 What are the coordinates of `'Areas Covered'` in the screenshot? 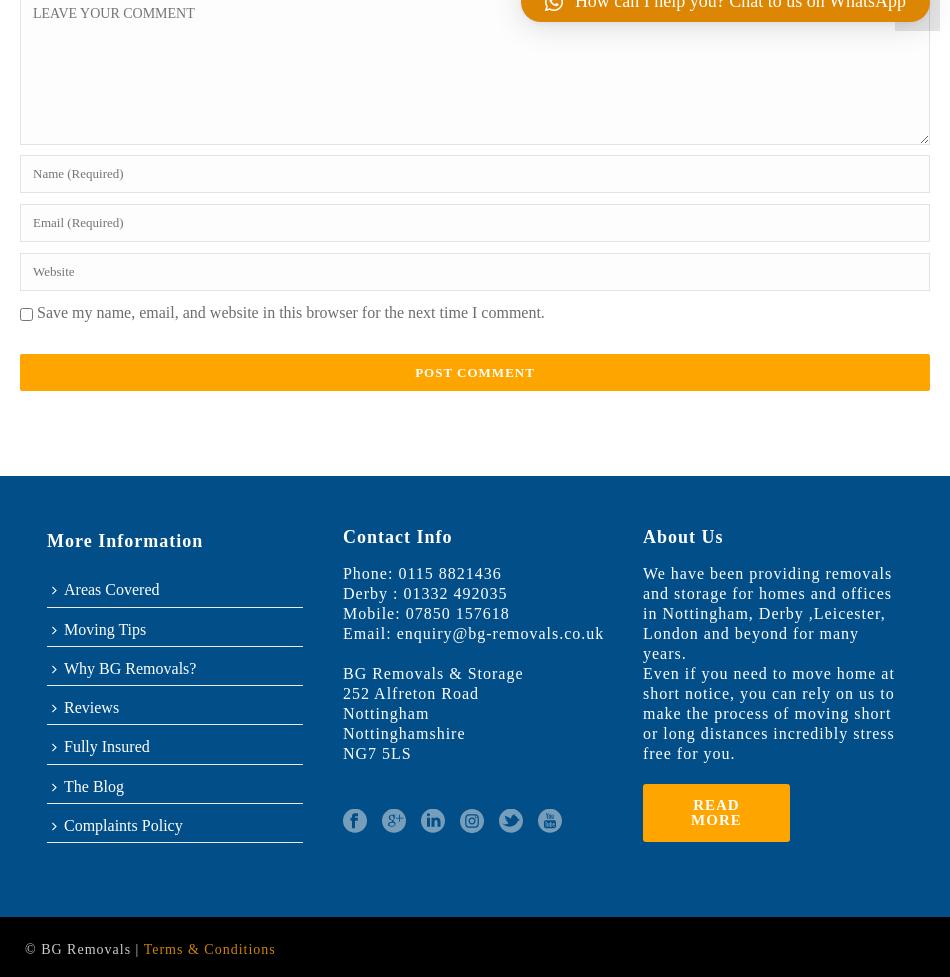 It's located at (64, 588).